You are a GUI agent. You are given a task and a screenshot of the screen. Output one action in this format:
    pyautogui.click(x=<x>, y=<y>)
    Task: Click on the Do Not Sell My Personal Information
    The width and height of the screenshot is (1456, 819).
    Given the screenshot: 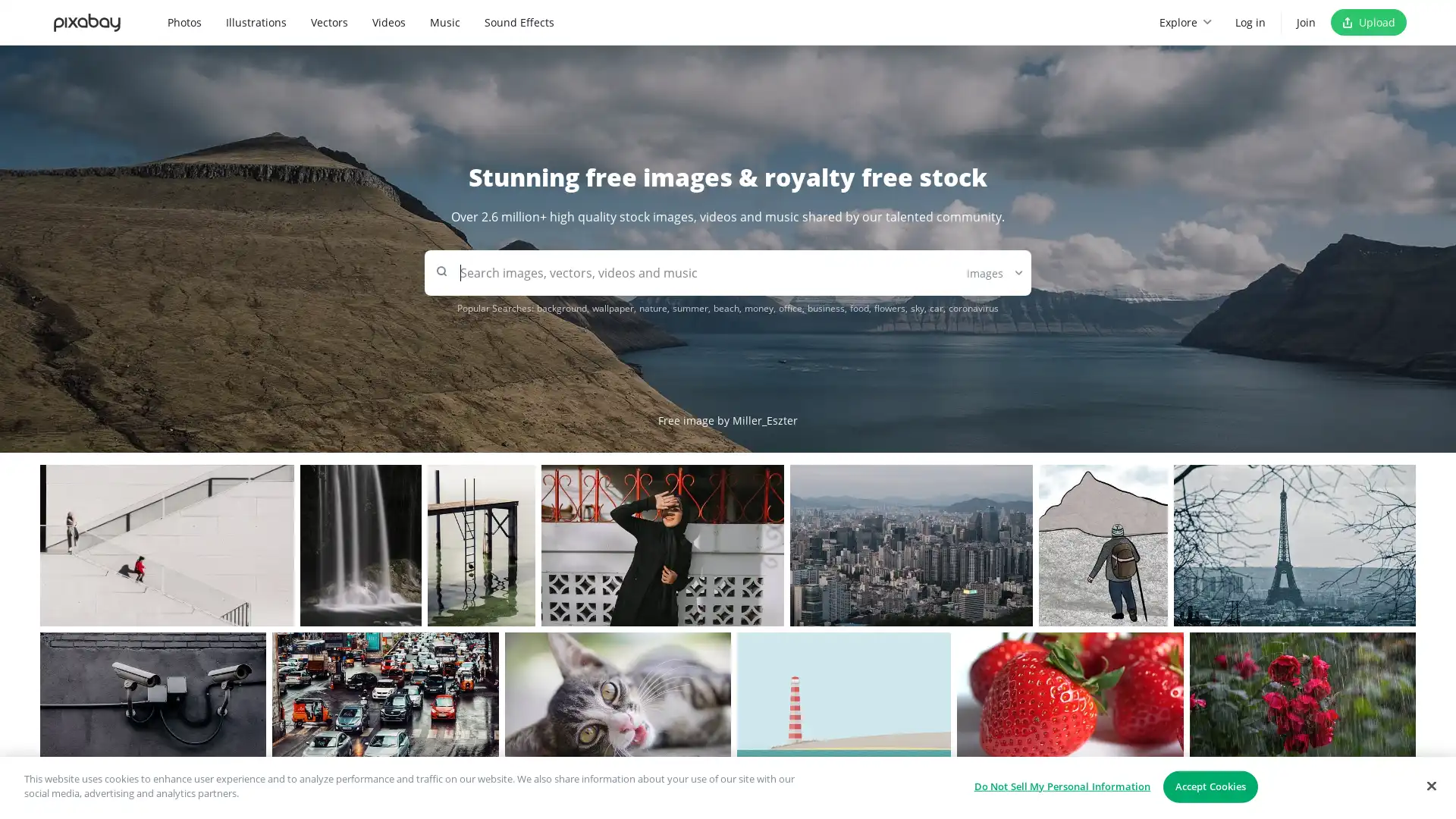 What is the action you would take?
    pyautogui.click(x=1061, y=786)
    